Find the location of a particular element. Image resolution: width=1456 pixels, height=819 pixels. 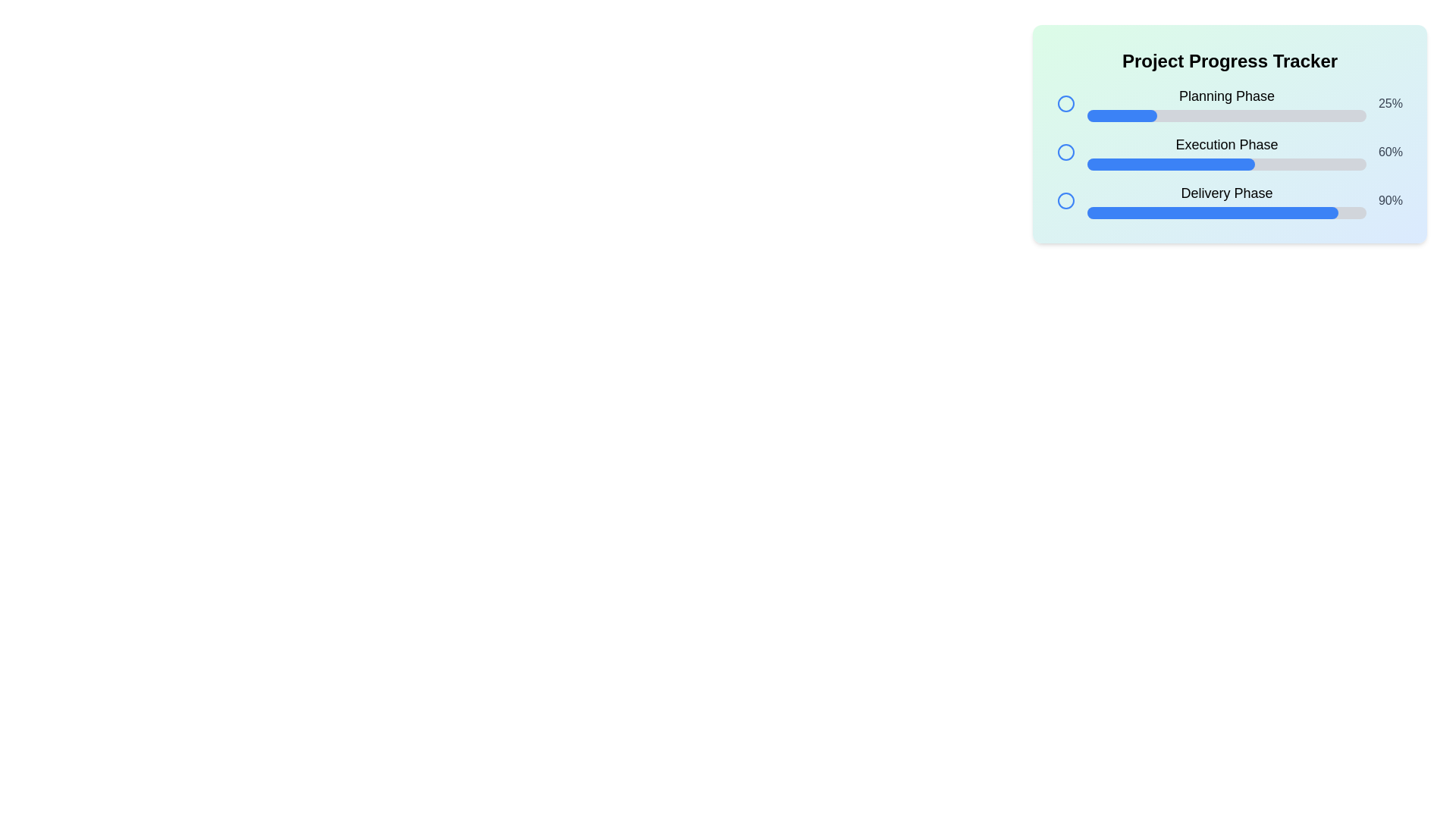

the progress percentage displayed in gray text next to the progress bar in the 'Planning Phase' section of the Progress tracker is located at coordinates (1230, 103).